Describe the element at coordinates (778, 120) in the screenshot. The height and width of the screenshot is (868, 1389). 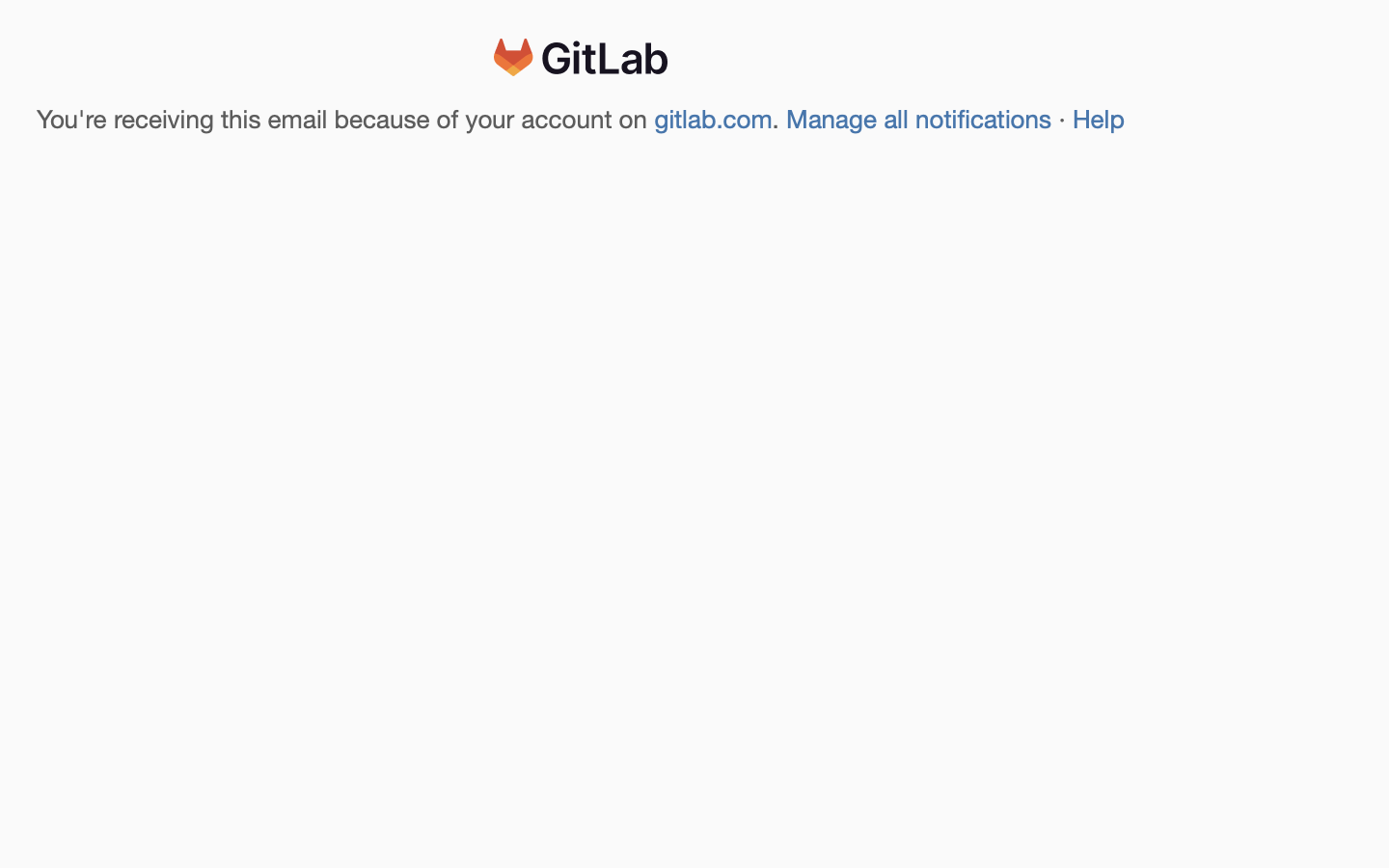
I see `'.'` at that location.